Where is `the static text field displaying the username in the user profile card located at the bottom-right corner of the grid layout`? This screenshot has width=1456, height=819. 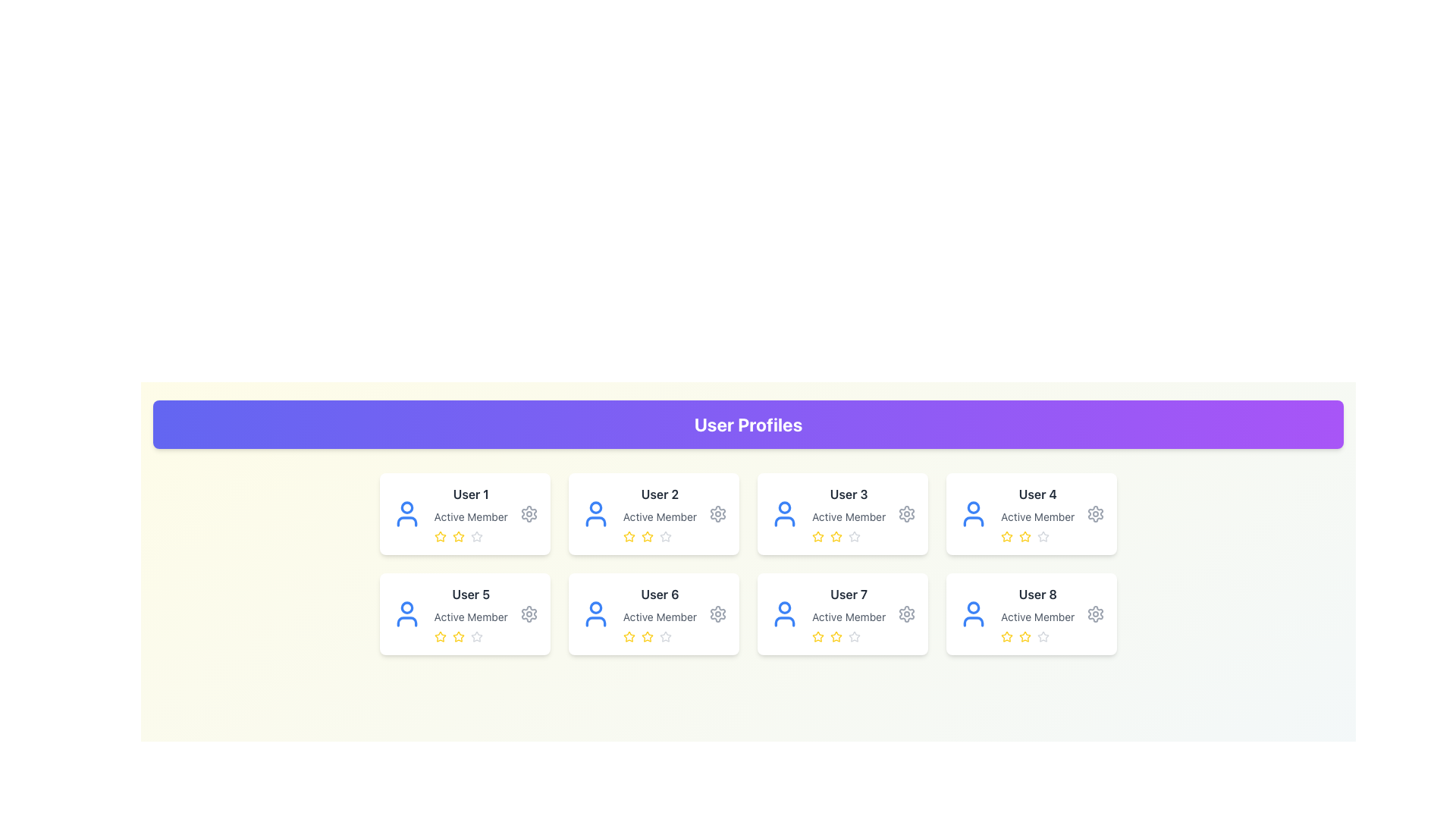
the static text field displaying the username in the user profile card located at the bottom-right corner of the grid layout is located at coordinates (1037, 593).